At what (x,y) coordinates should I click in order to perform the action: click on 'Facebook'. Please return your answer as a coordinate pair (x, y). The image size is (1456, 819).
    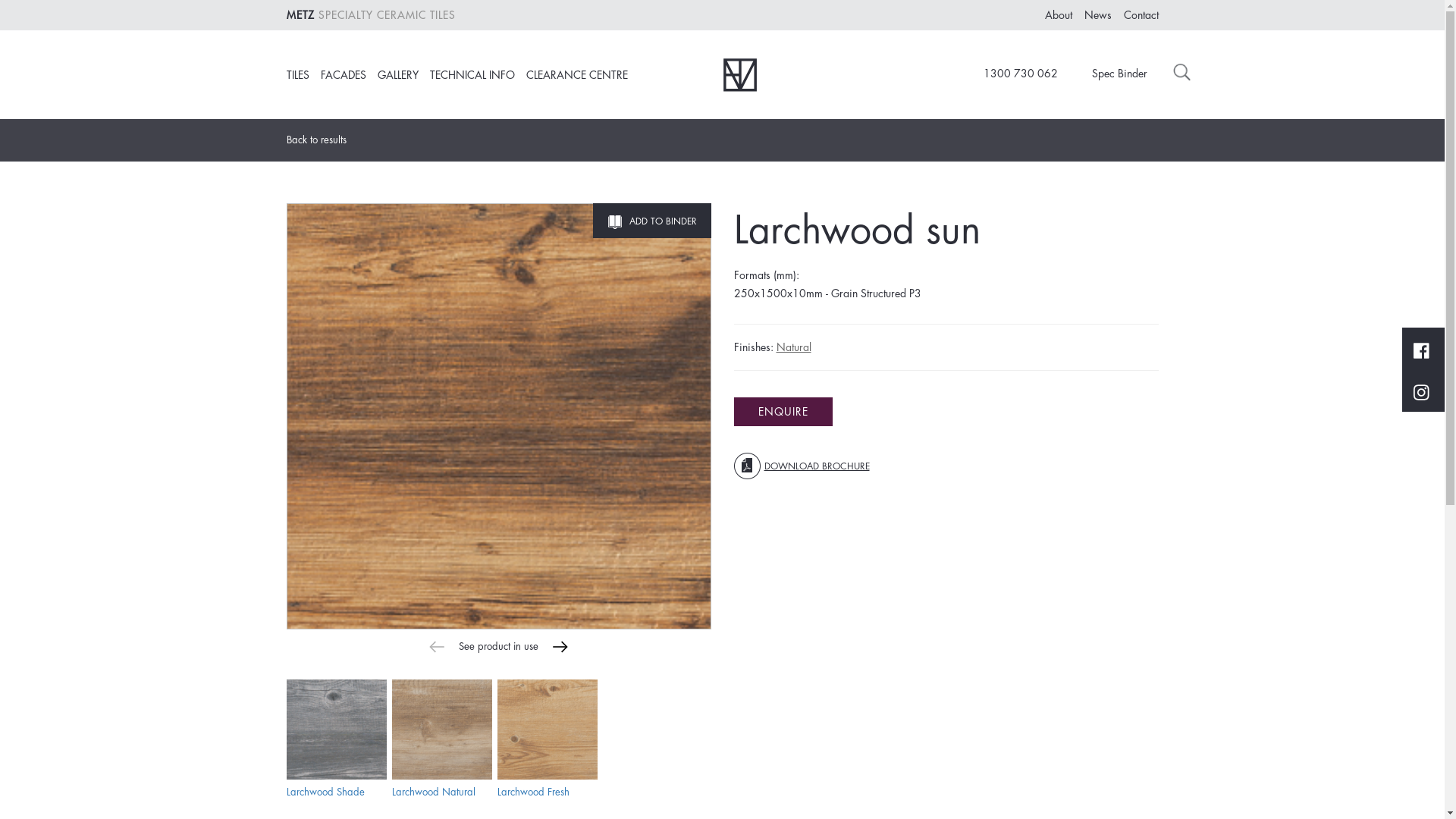
    Looking at the image, I should click on (1412, 348).